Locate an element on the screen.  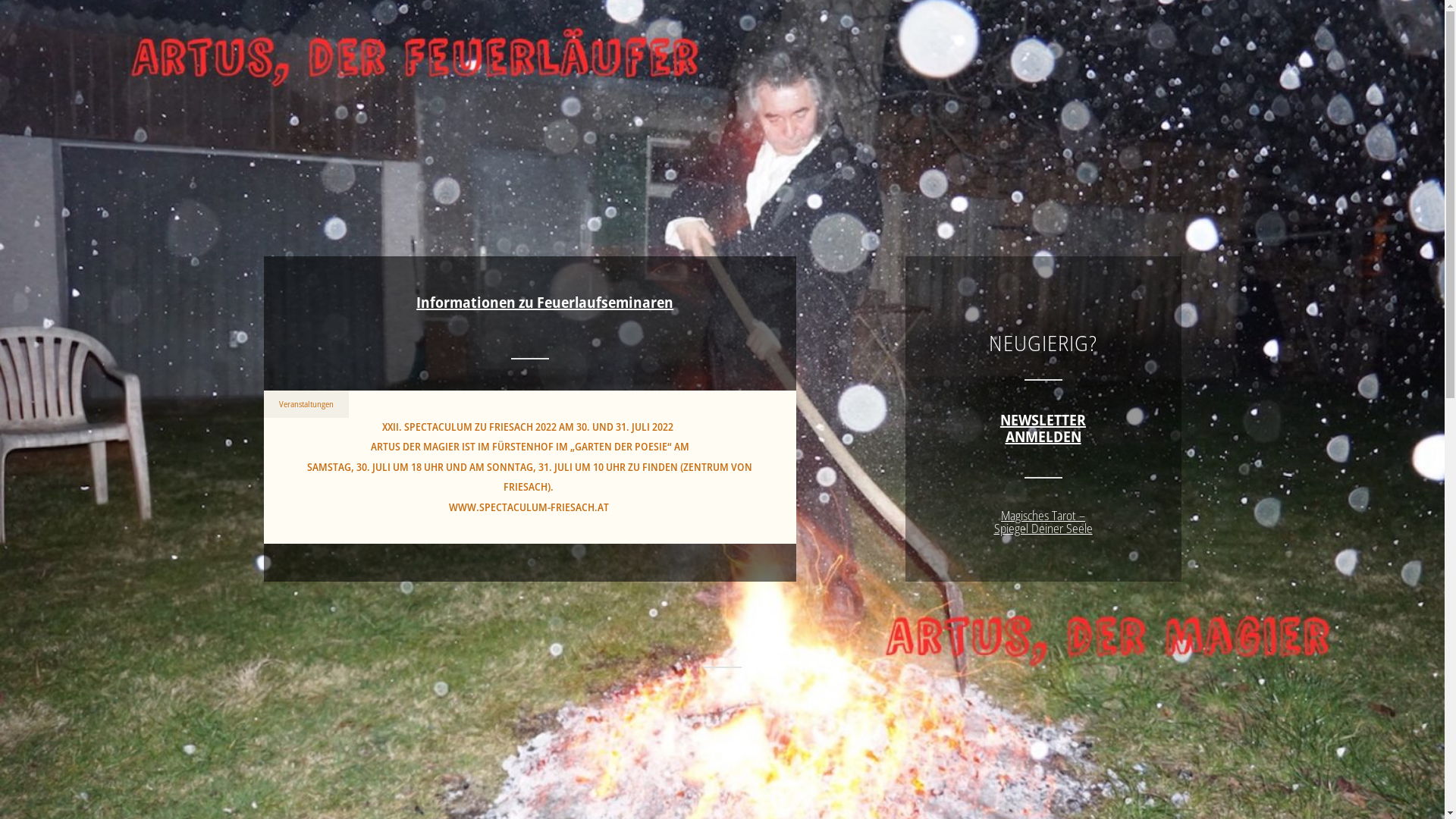
'NEWSLETTER is located at coordinates (1042, 428).